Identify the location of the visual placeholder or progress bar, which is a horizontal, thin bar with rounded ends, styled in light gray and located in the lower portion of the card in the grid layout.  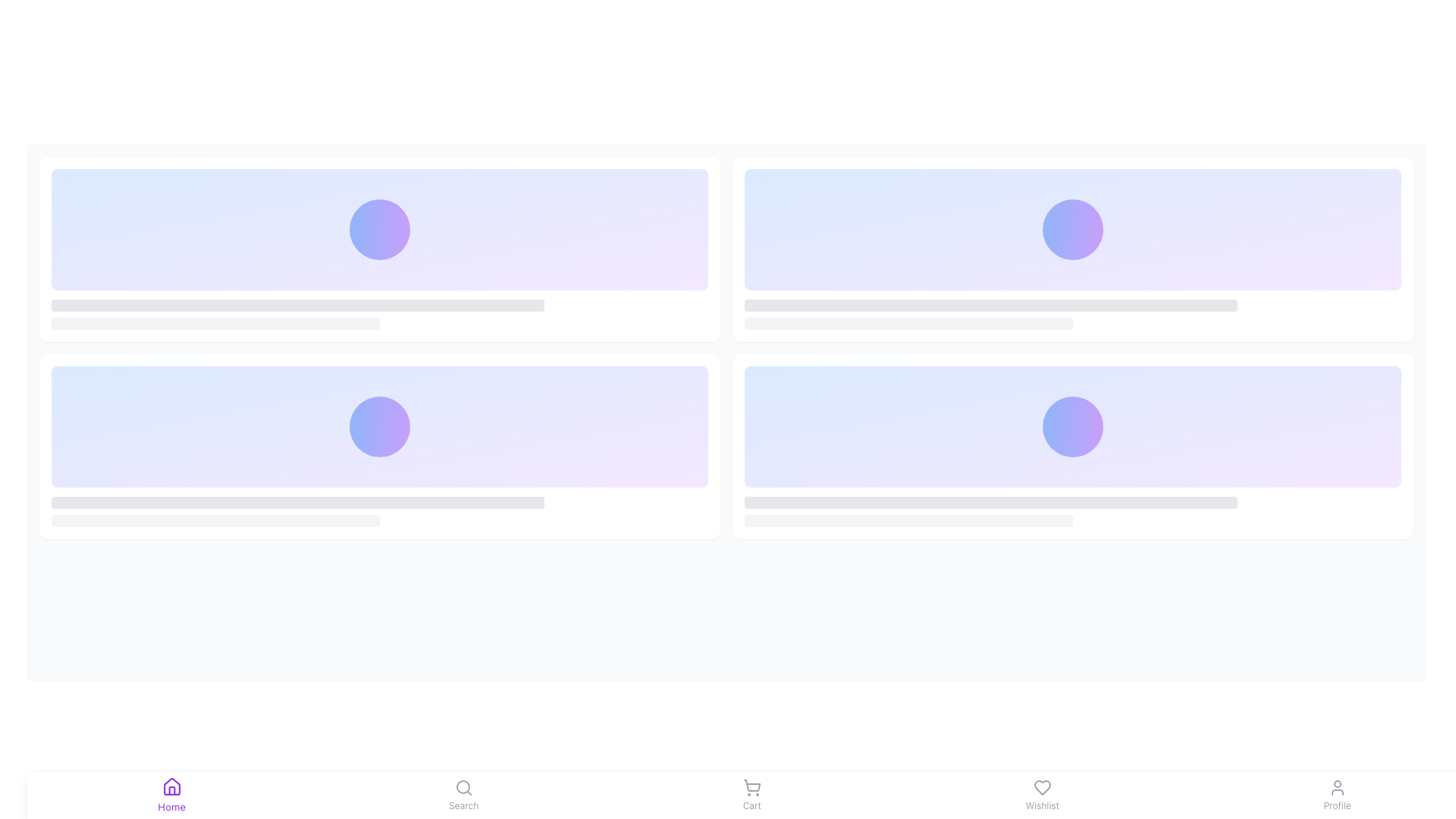
(990, 503).